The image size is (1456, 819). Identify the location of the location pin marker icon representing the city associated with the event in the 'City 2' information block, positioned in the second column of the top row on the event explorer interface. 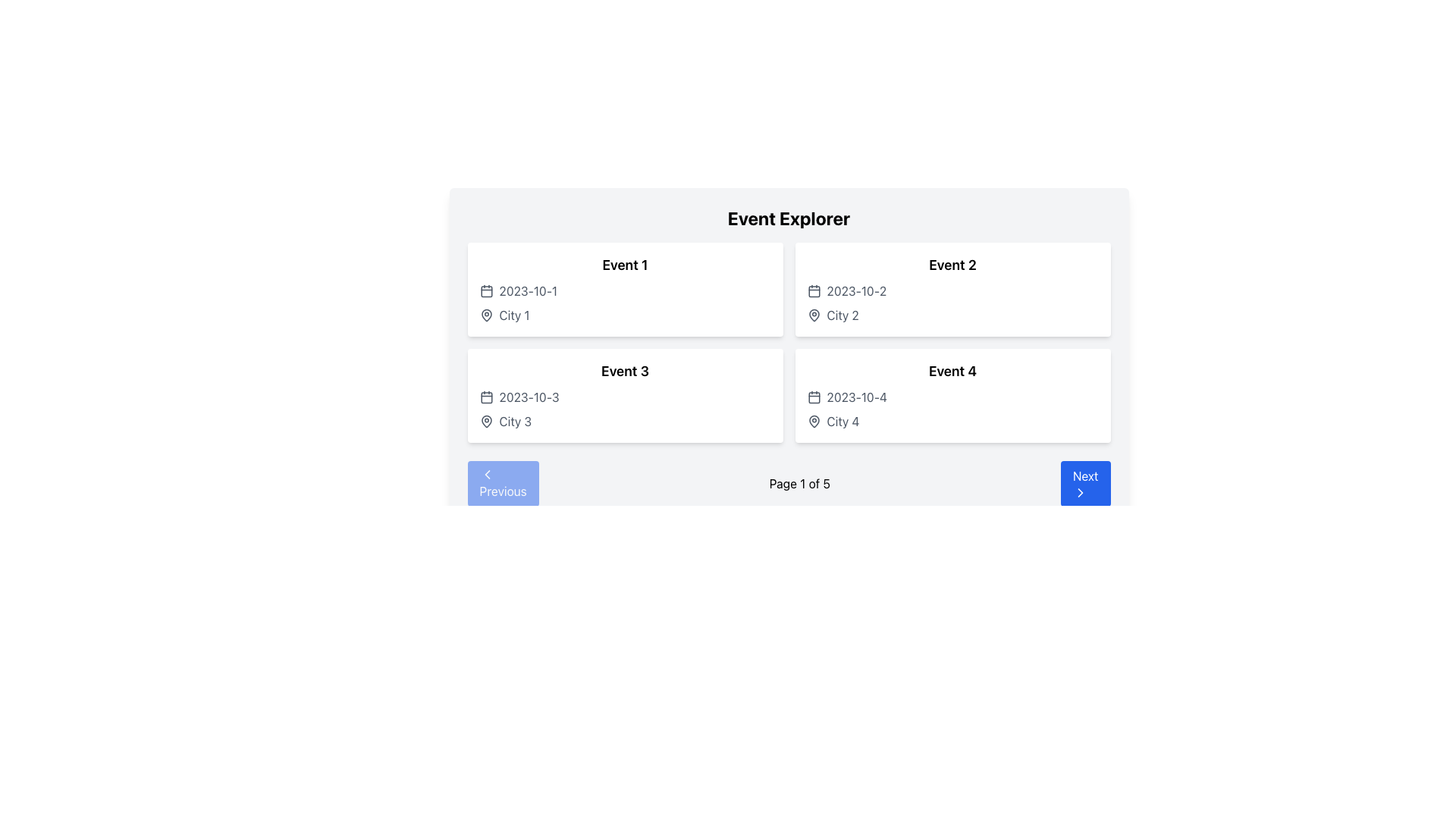
(813, 315).